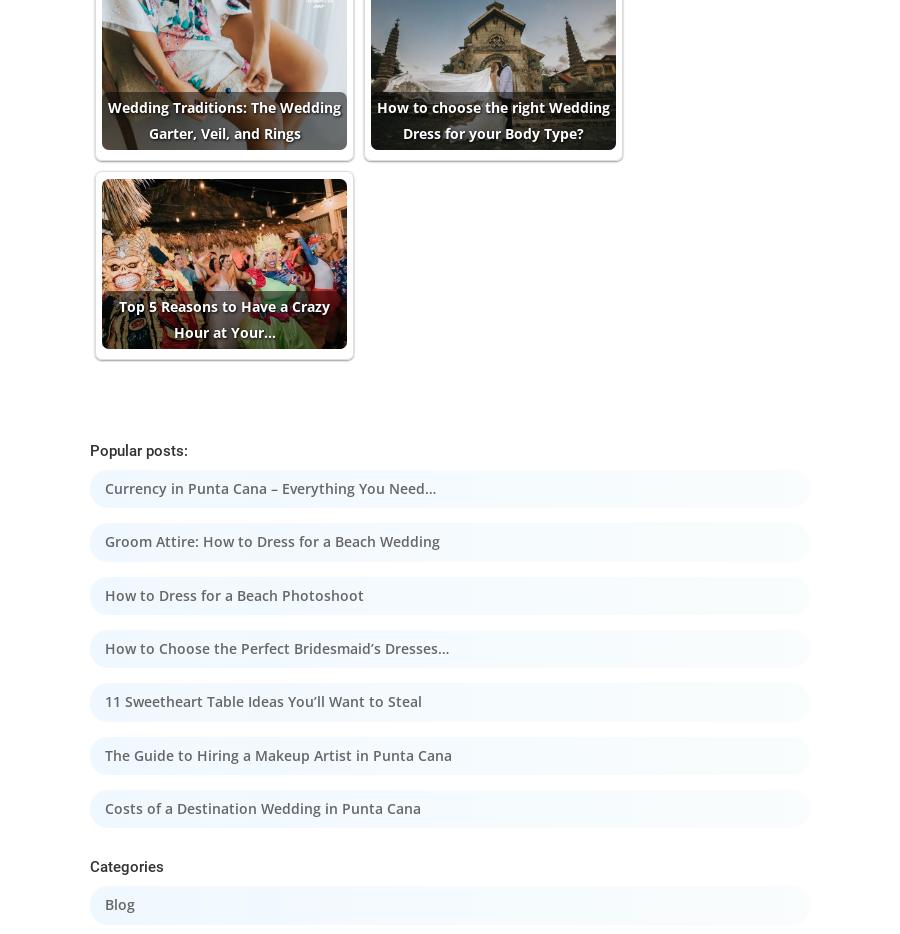 This screenshot has width=900, height=934. What do you see at coordinates (119, 905) in the screenshot?
I see `'Blog'` at bounding box center [119, 905].